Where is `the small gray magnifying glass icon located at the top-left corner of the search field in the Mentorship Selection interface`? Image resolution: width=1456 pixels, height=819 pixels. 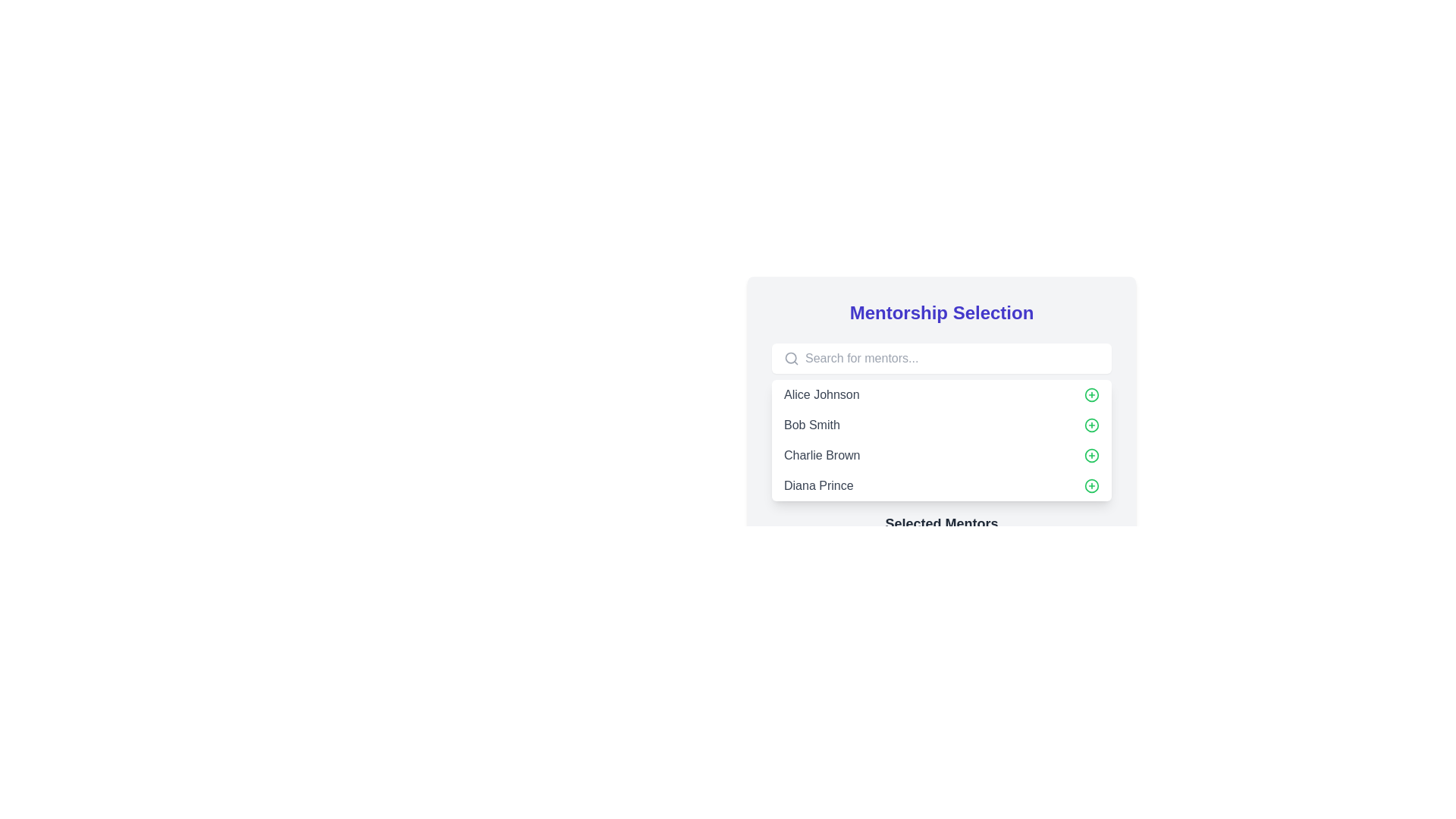
the small gray magnifying glass icon located at the top-left corner of the search field in the Mentorship Selection interface is located at coordinates (790, 359).